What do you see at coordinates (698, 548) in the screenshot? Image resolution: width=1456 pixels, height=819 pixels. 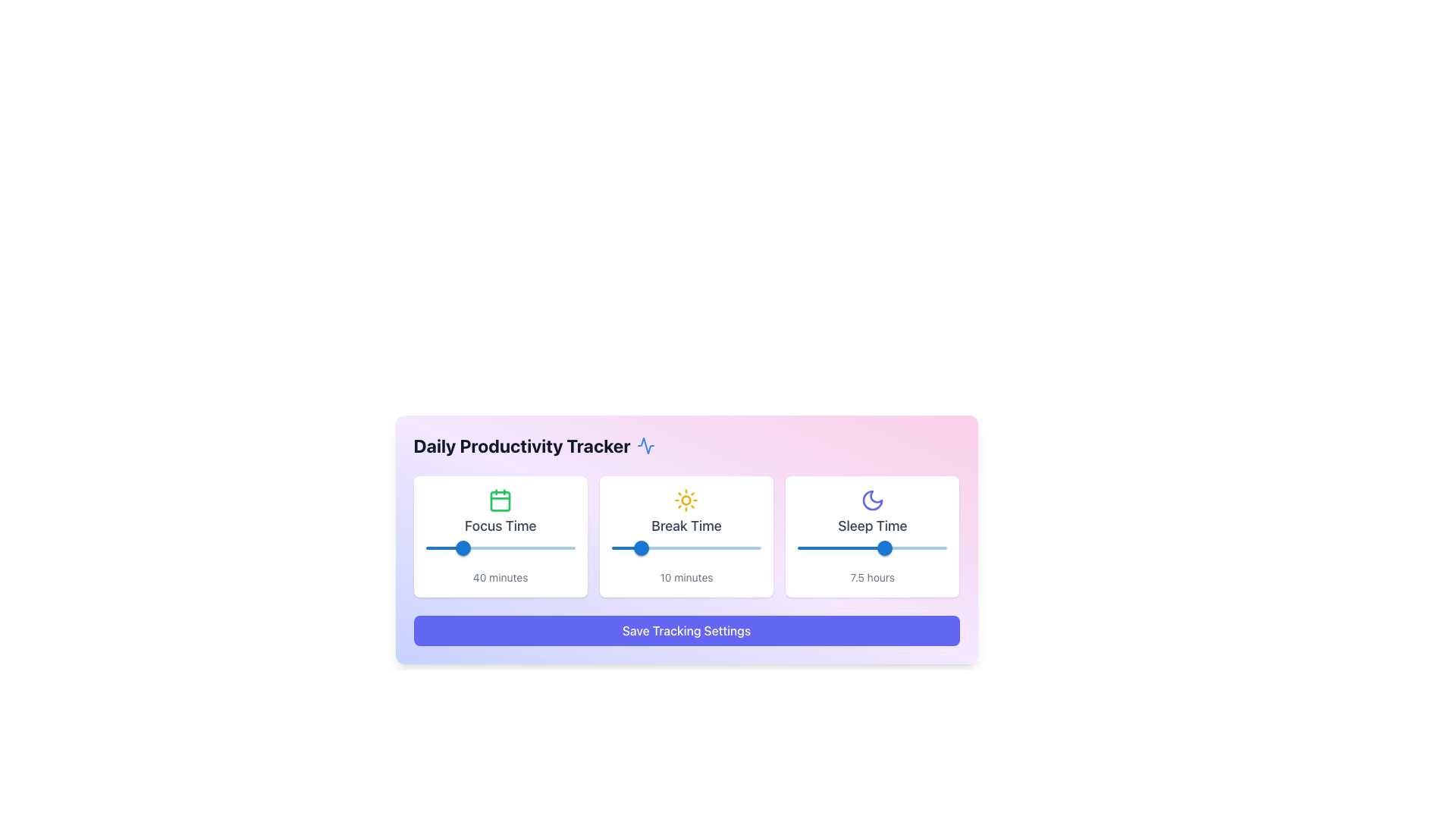 I see `break time` at bounding box center [698, 548].